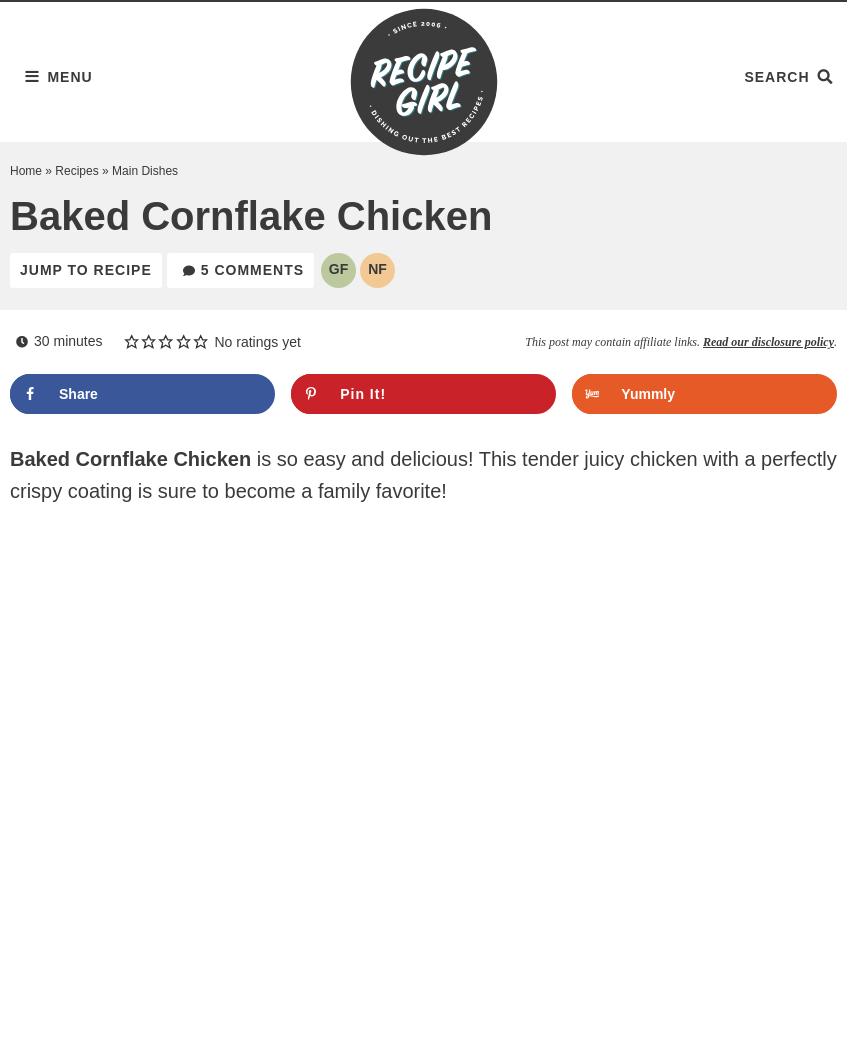 This screenshot has width=852, height=1042. What do you see at coordinates (776, 74) in the screenshot?
I see `'Search'` at bounding box center [776, 74].